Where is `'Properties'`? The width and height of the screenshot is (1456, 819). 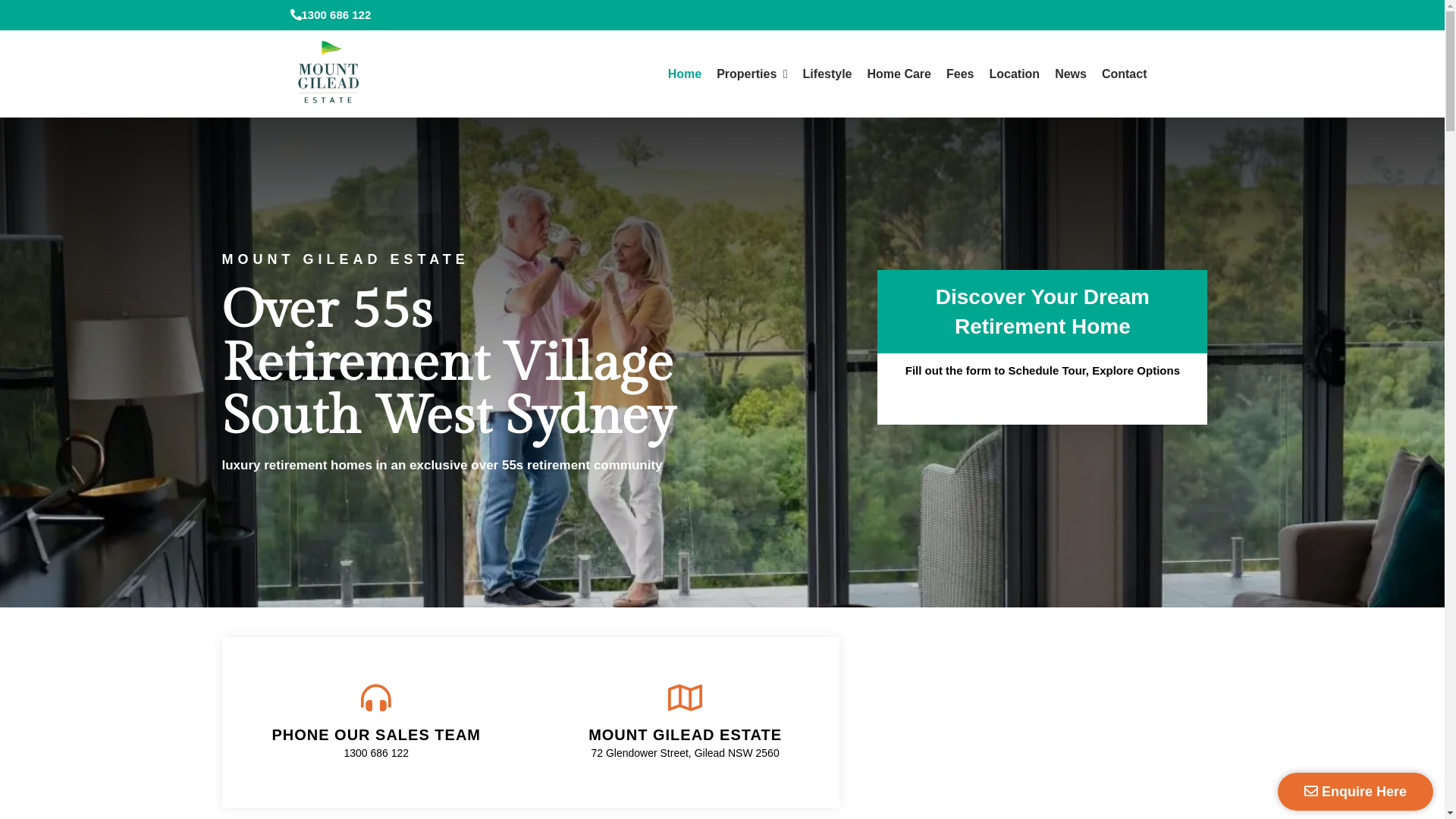
'Properties' is located at coordinates (752, 74).